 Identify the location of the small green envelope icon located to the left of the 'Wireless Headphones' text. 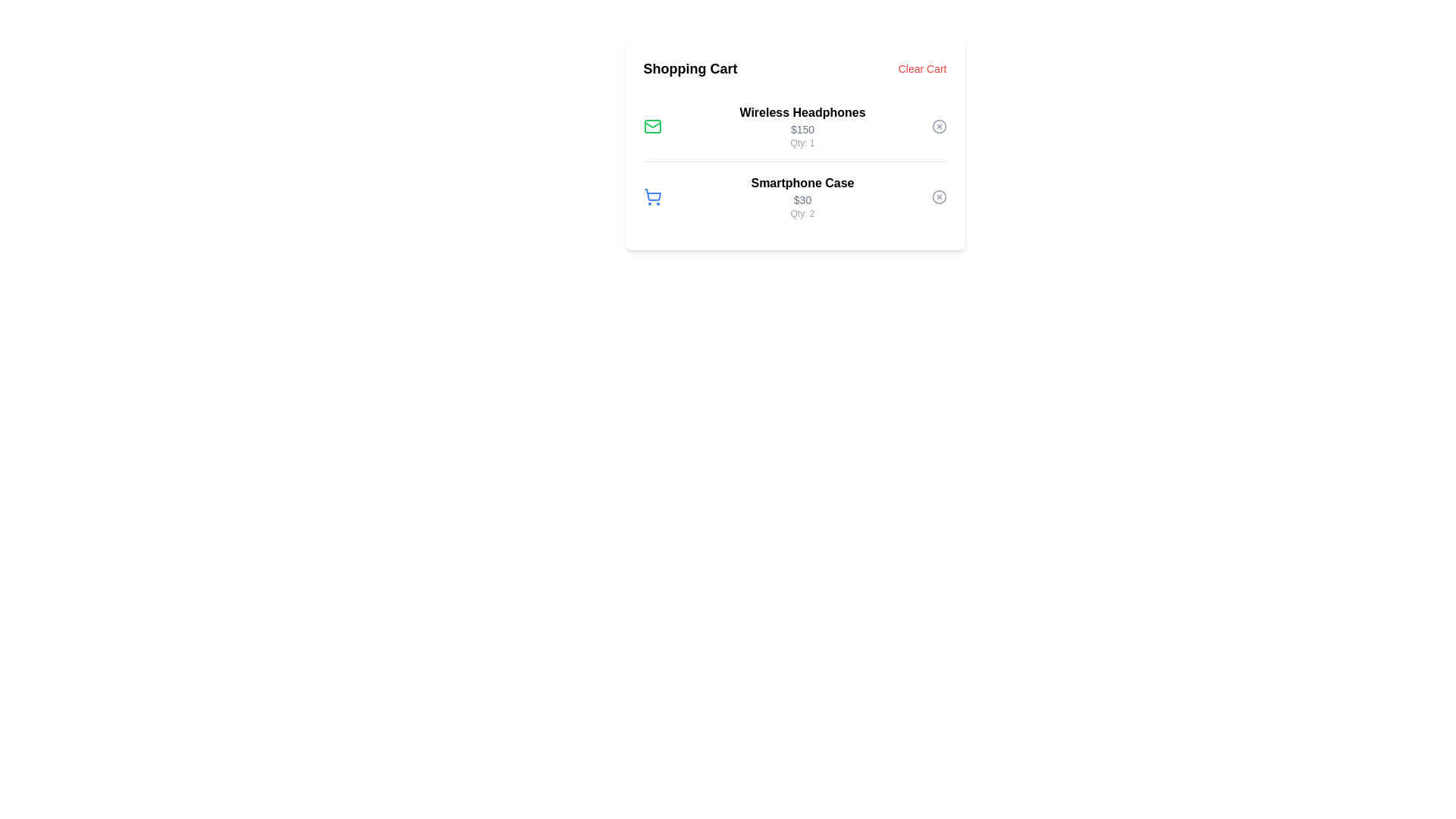
(652, 125).